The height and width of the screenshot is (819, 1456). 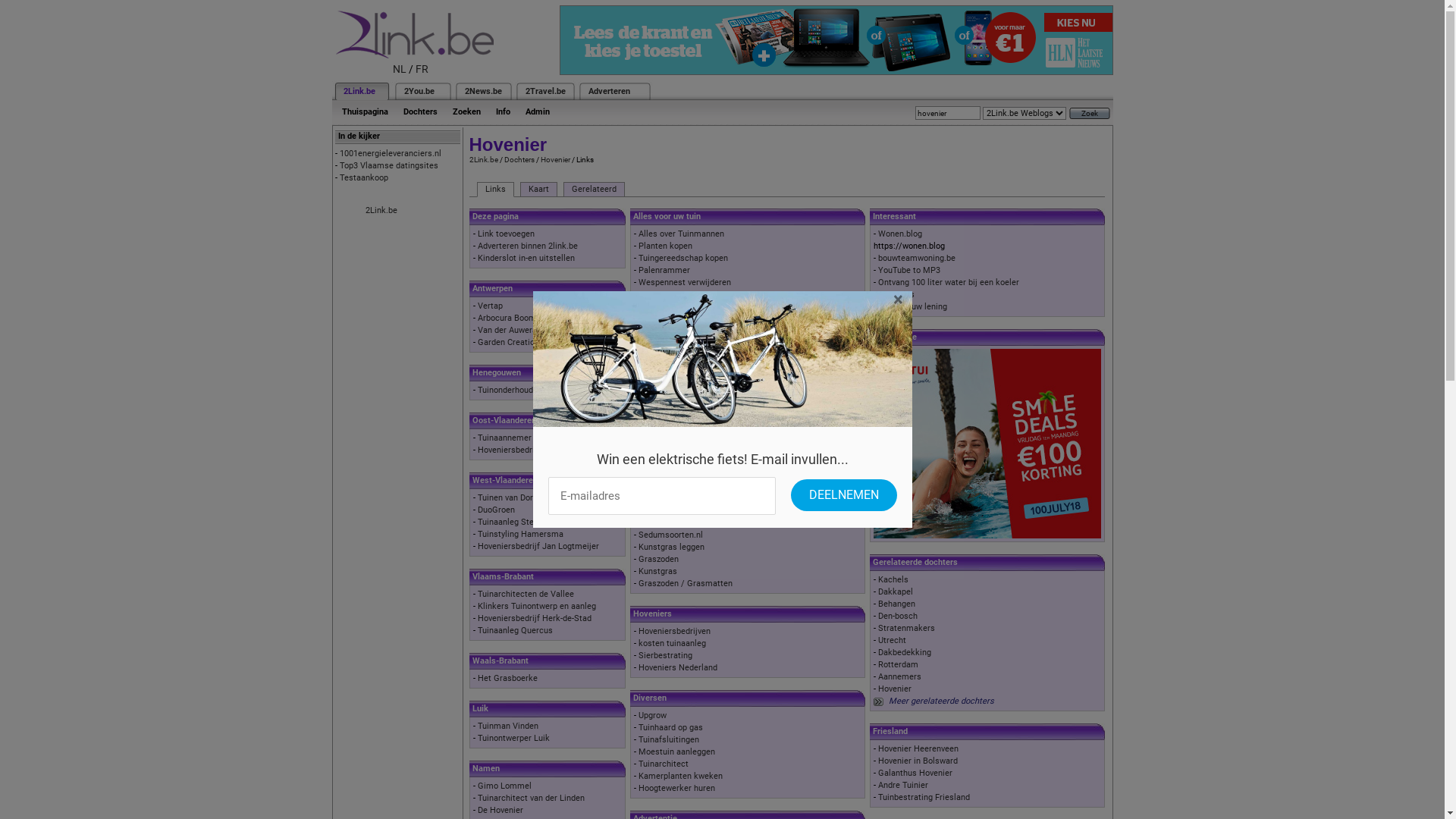 I want to click on 'De Hovenier', so click(x=500, y=809).